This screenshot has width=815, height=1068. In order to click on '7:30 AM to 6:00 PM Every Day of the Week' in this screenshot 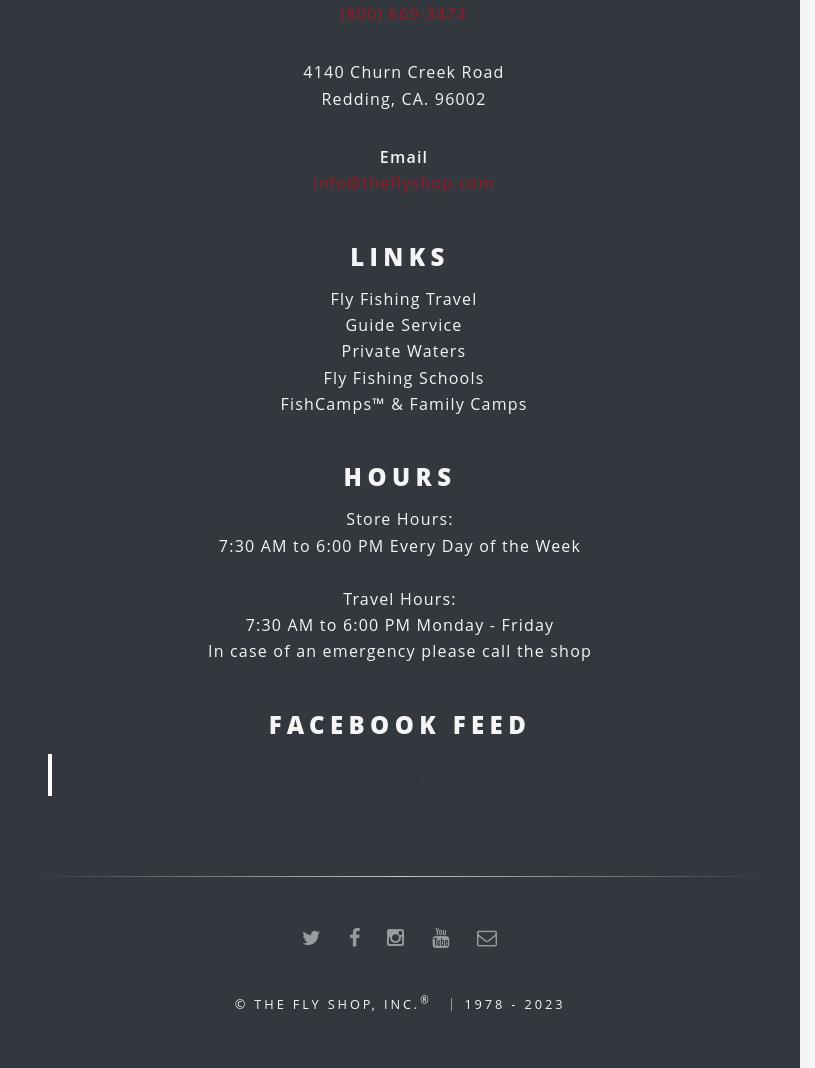, I will do `click(398, 544)`.